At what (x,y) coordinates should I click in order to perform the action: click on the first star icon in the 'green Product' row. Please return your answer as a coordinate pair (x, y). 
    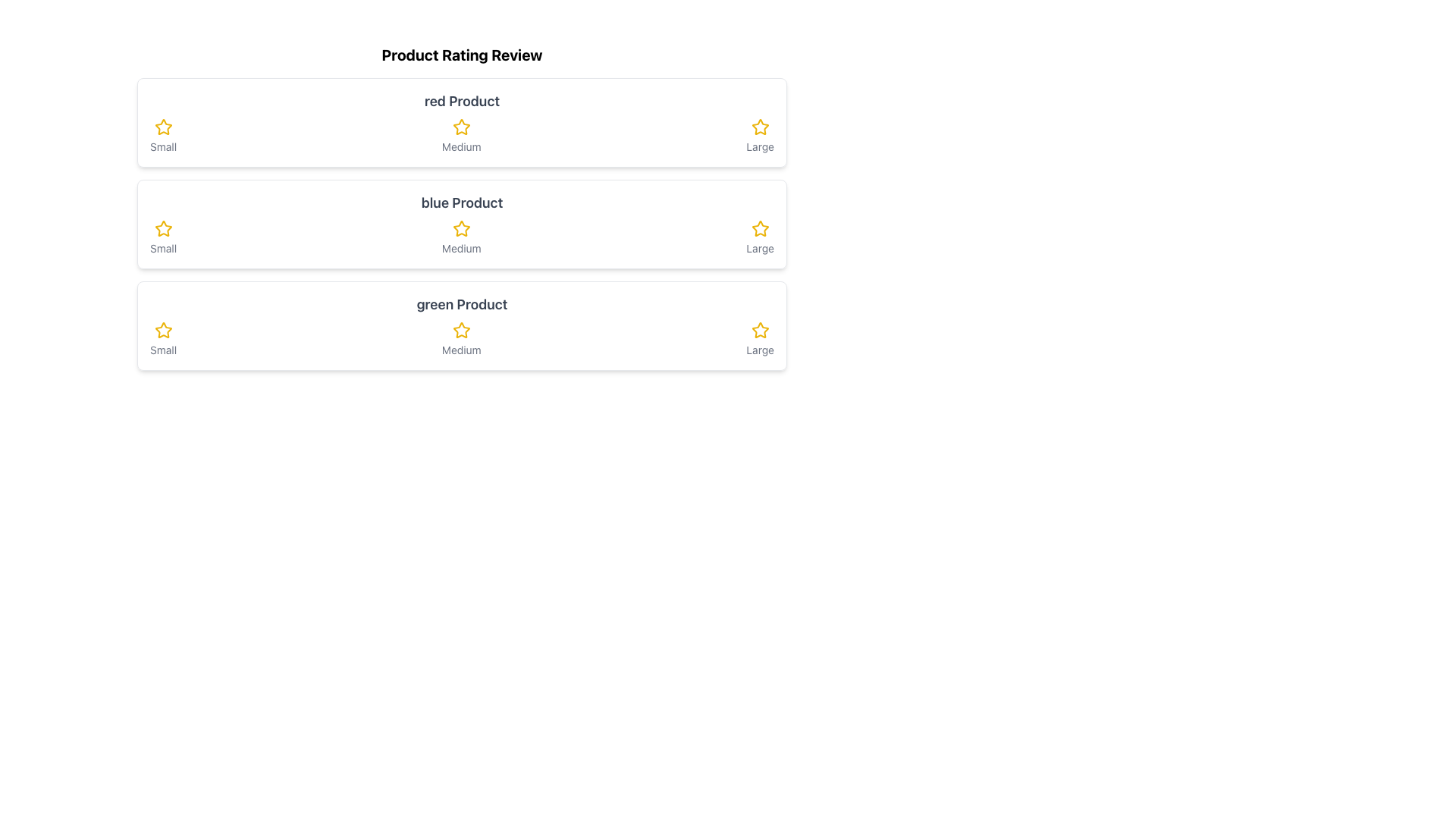
    Looking at the image, I should click on (163, 329).